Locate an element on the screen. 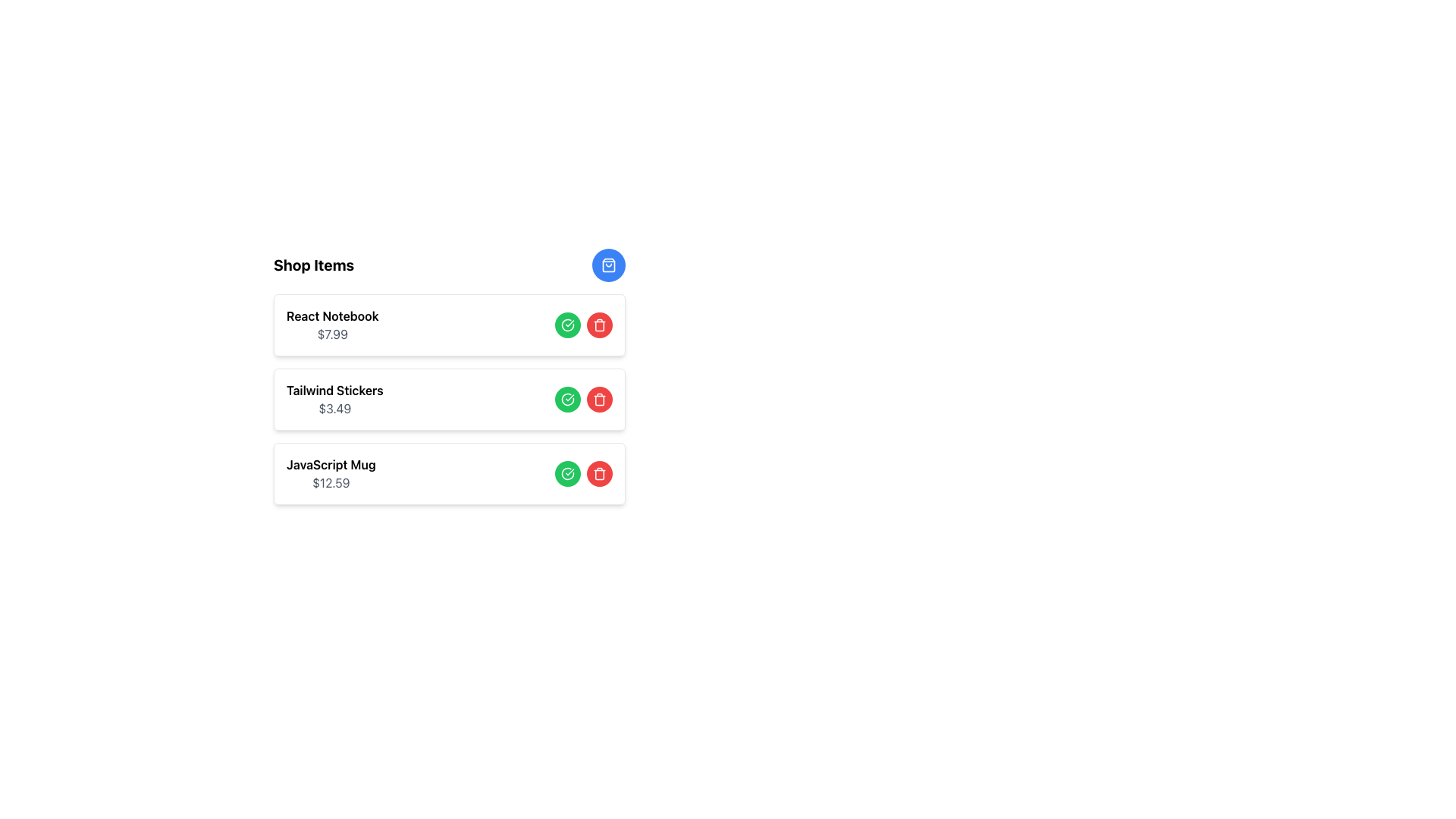  the button located at the rightmost end of the 'Shop Items' section header is located at coordinates (608, 265).